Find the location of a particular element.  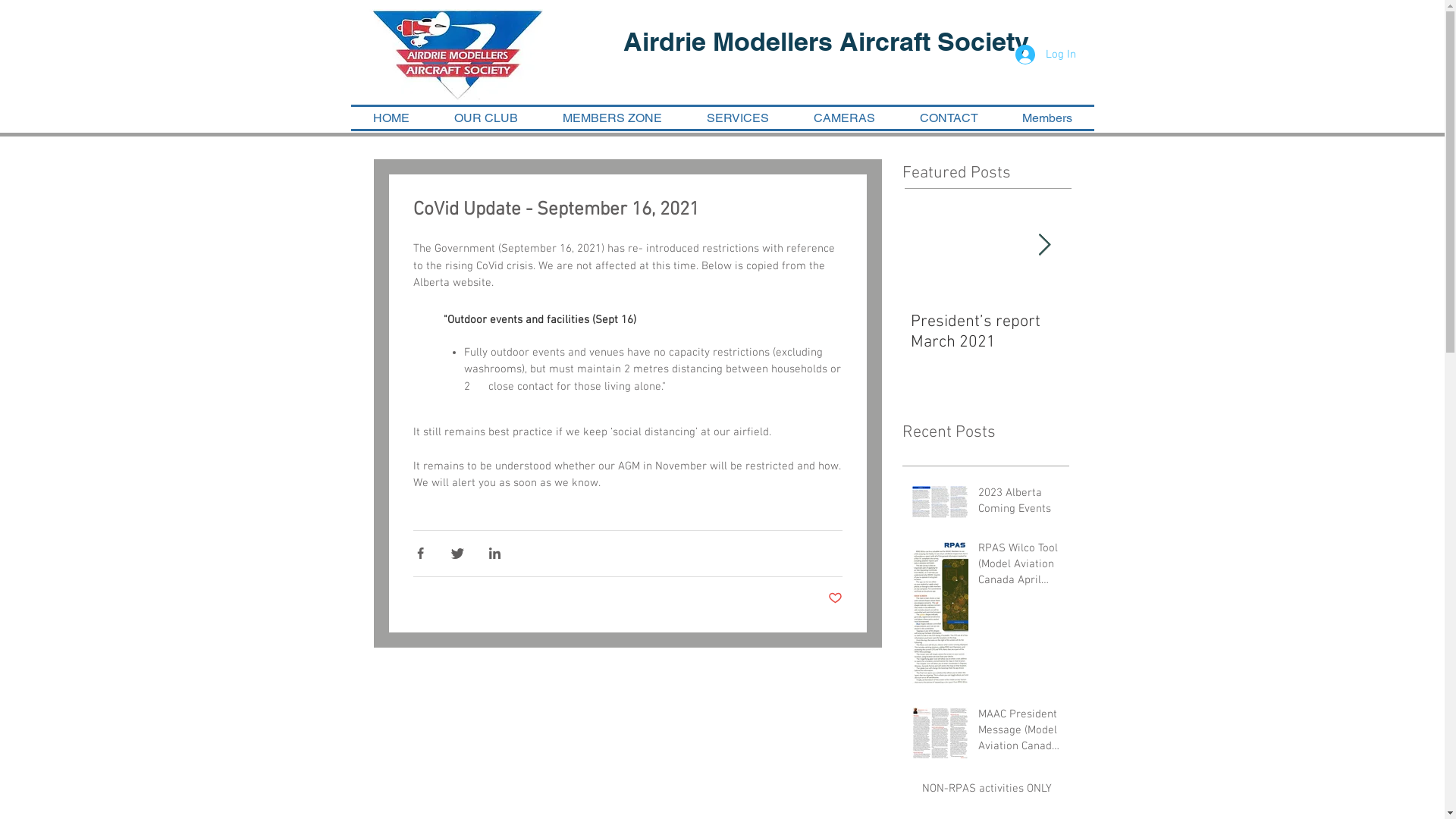

'Members' is located at coordinates (1046, 117).